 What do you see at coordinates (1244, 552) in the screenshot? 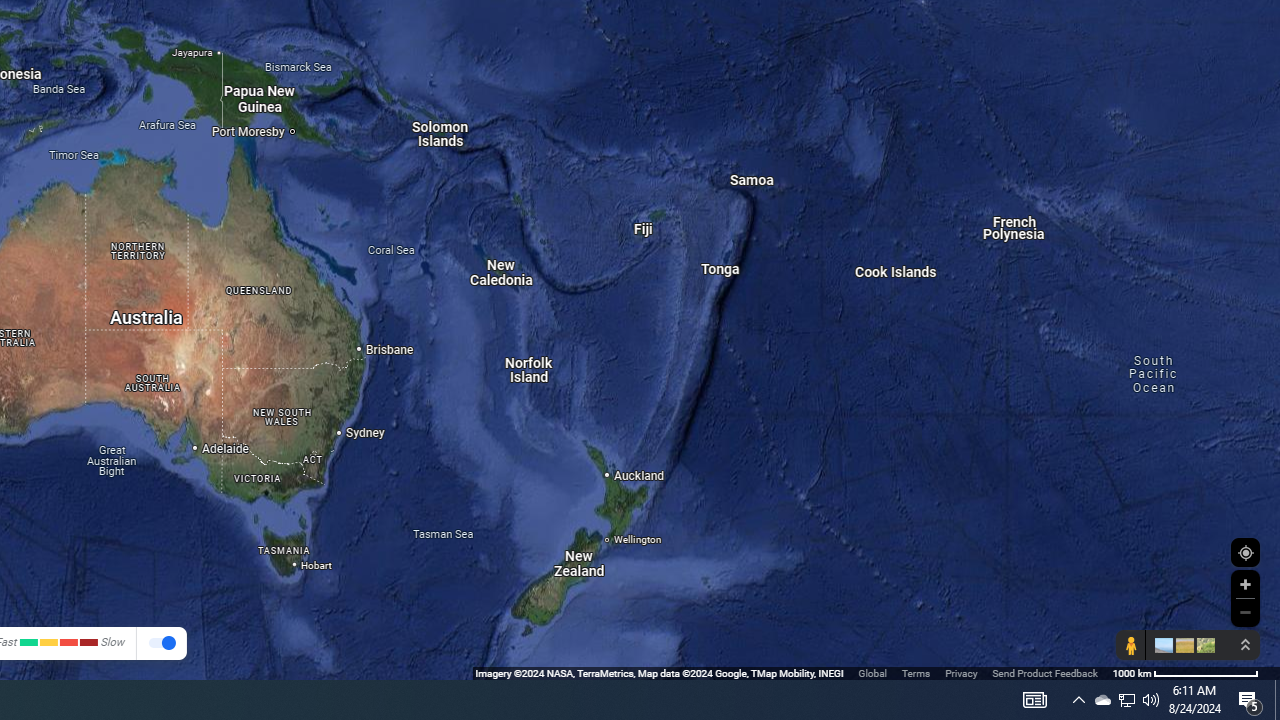
I see `'Show Your Location'` at bounding box center [1244, 552].